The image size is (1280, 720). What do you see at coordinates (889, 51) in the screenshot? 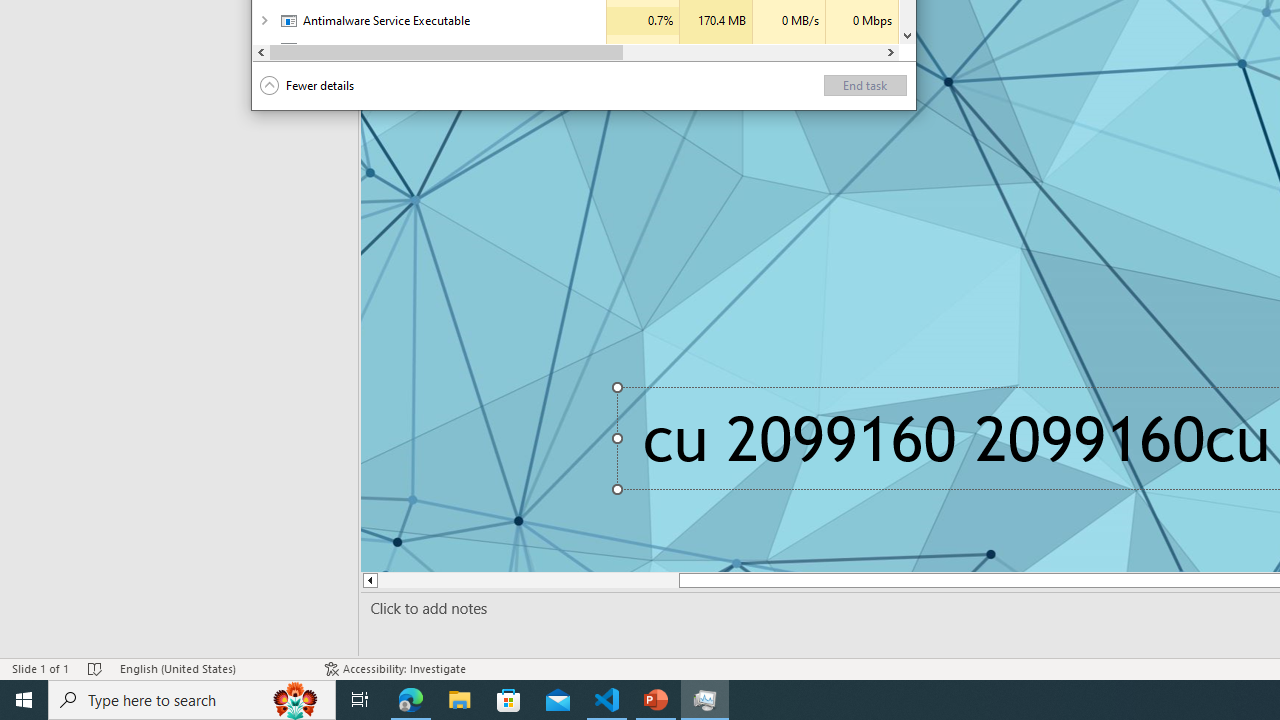
I see `'Column right'` at bounding box center [889, 51].